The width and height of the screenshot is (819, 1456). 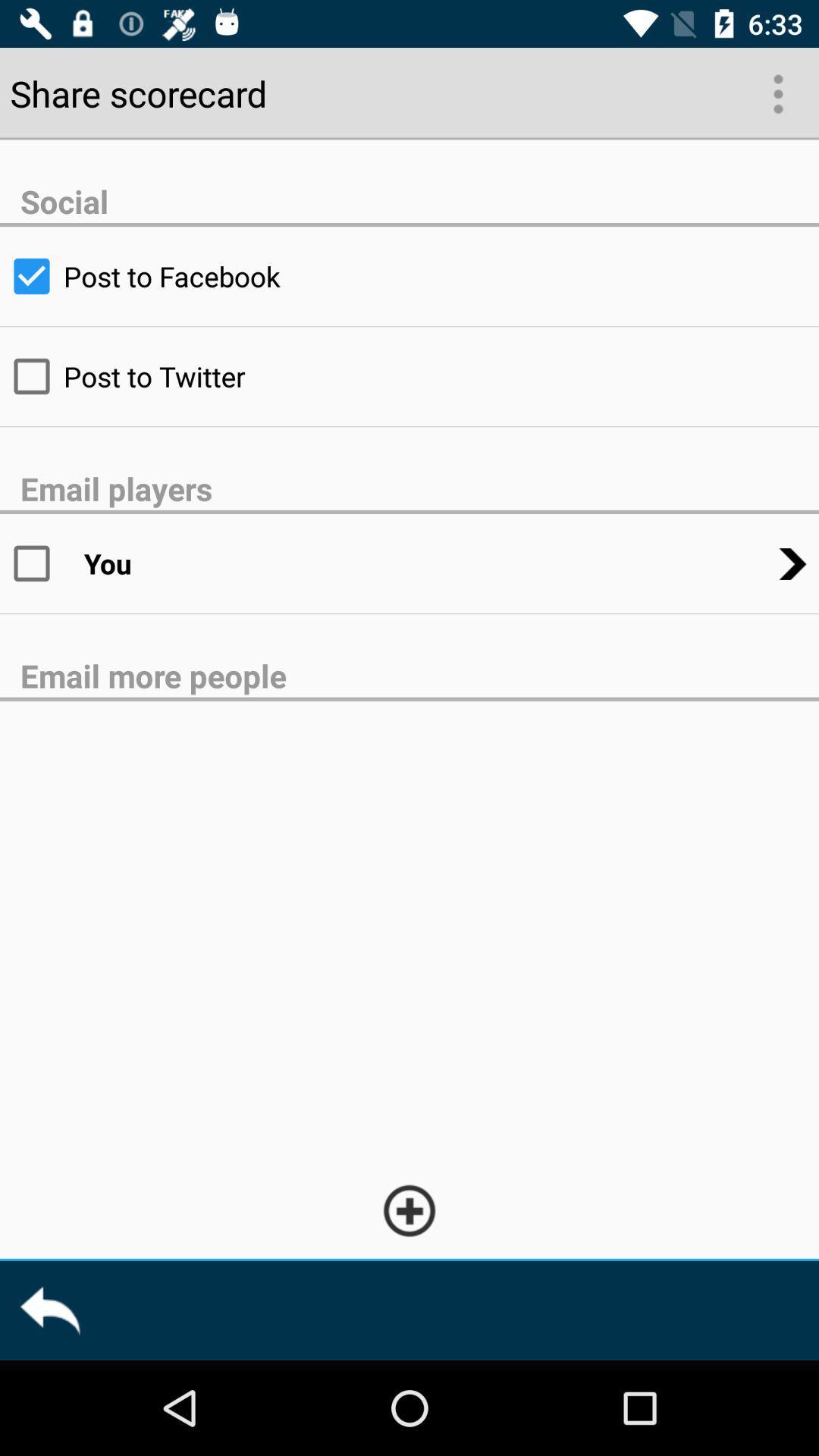 I want to click on icon to the left of the you icon, so click(x=41, y=563).